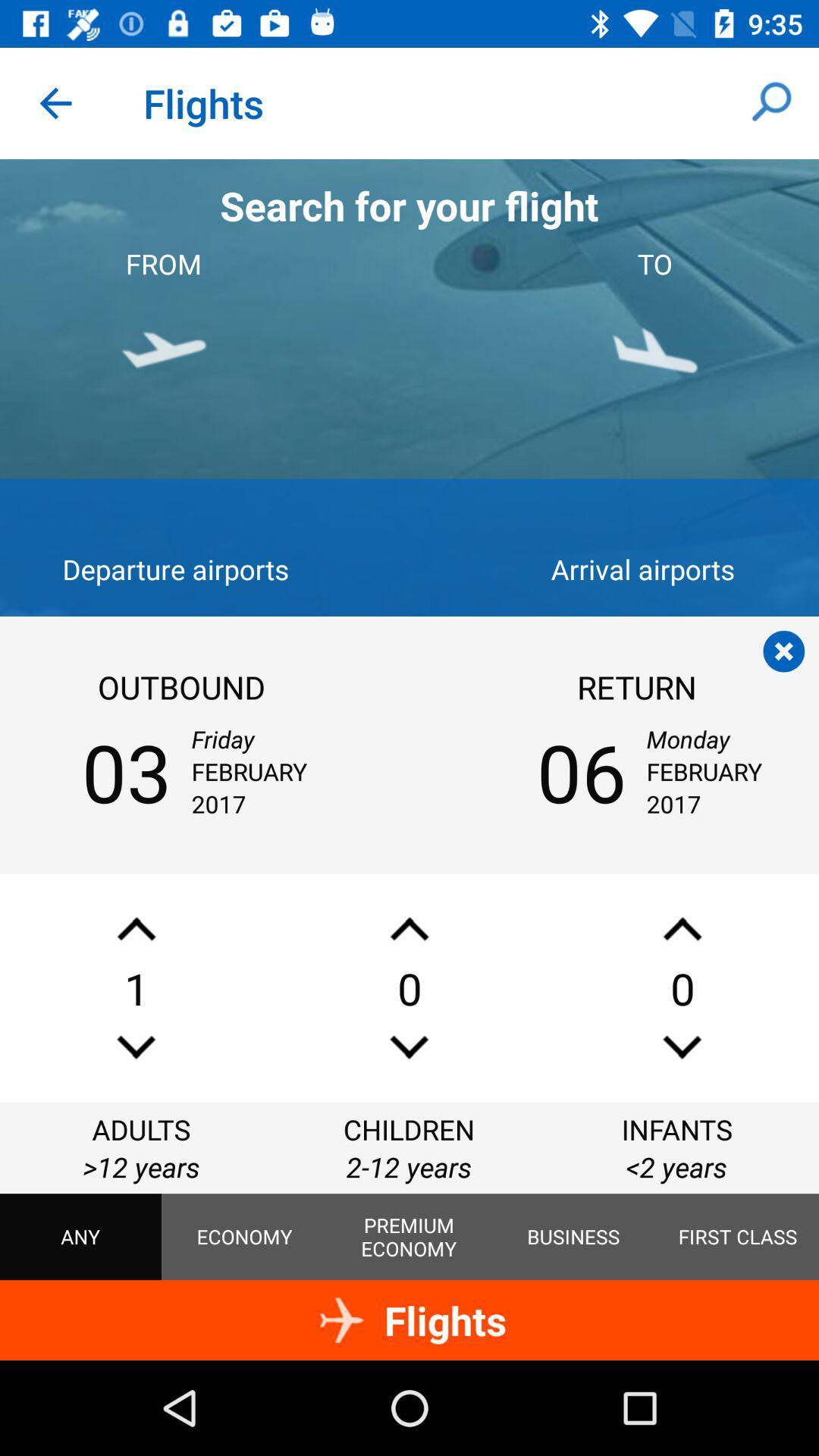  Describe the element at coordinates (136, 1046) in the screenshot. I see `expand` at that location.